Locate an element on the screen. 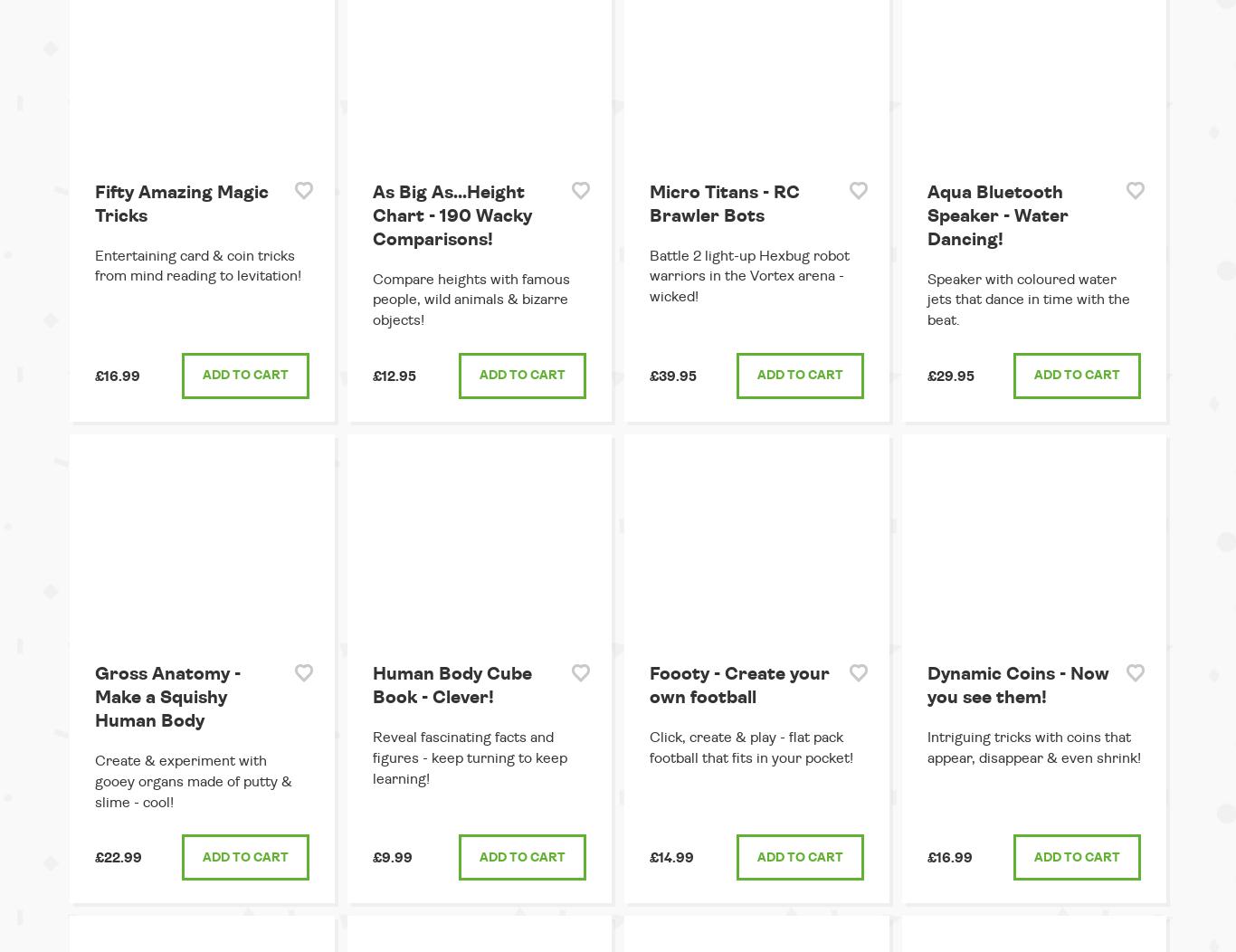 Image resolution: width=1236 pixels, height=952 pixels. '£14.99' is located at coordinates (671, 857).